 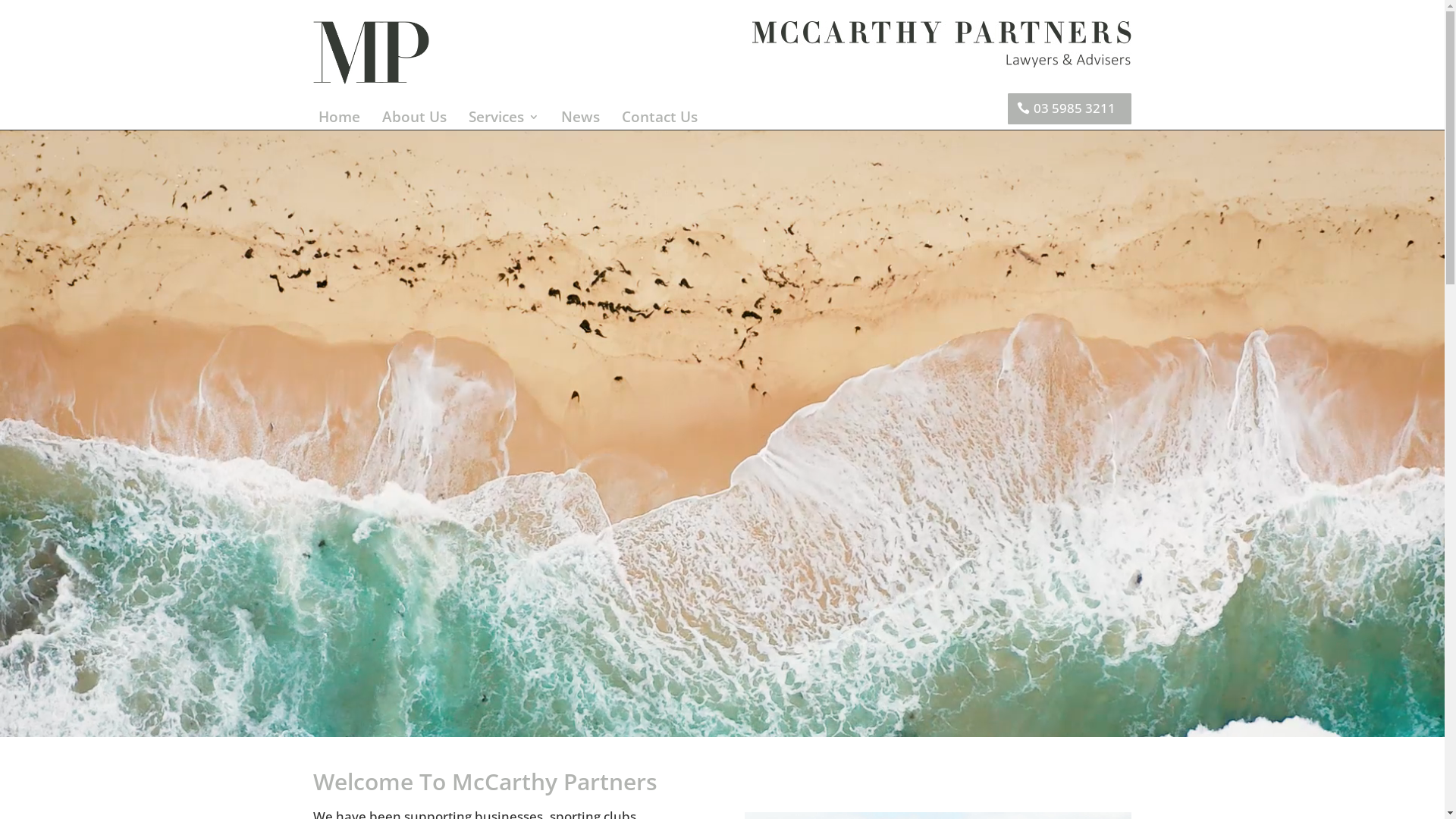 What do you see at coordinates (504, 119) in the screenshot?
I see `'Services'` at bounding box center [504, 119].